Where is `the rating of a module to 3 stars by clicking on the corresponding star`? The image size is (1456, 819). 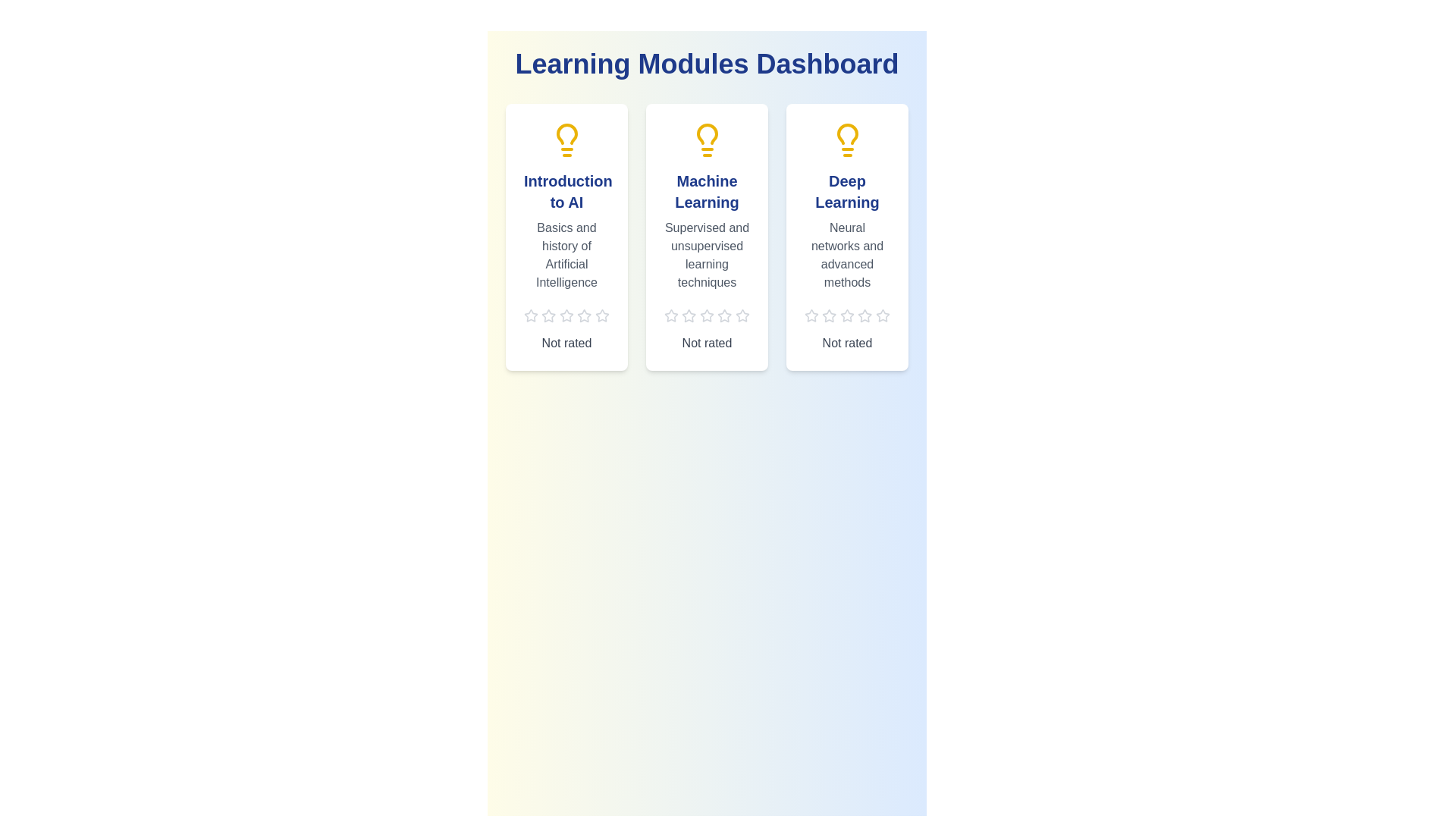
the rating of a module to 3 stars by clicking on the corresponding star is located at coordinates (566, 315).